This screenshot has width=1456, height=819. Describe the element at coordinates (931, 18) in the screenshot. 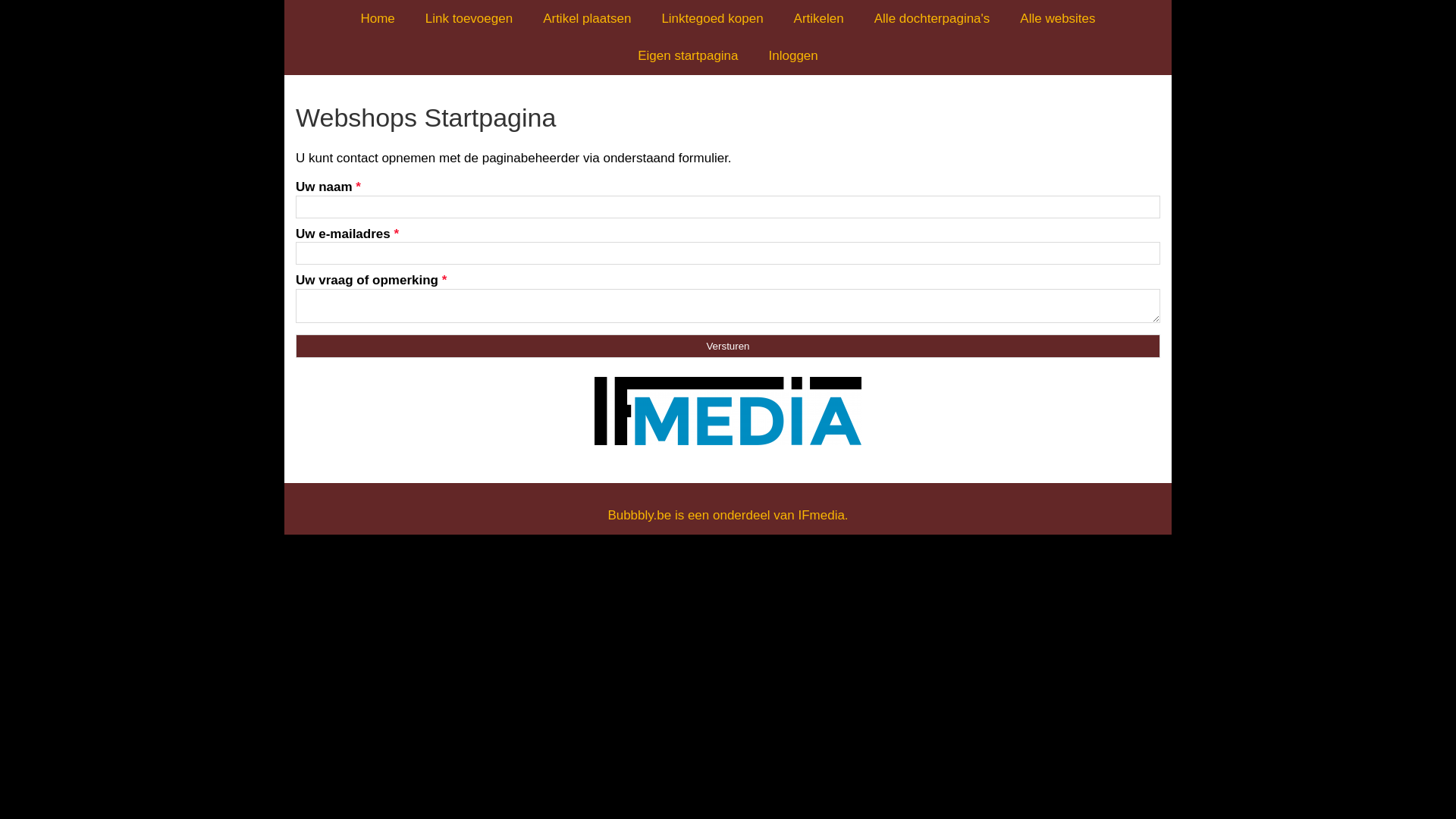

I see `'Alle dochterpagina's'` at that location.